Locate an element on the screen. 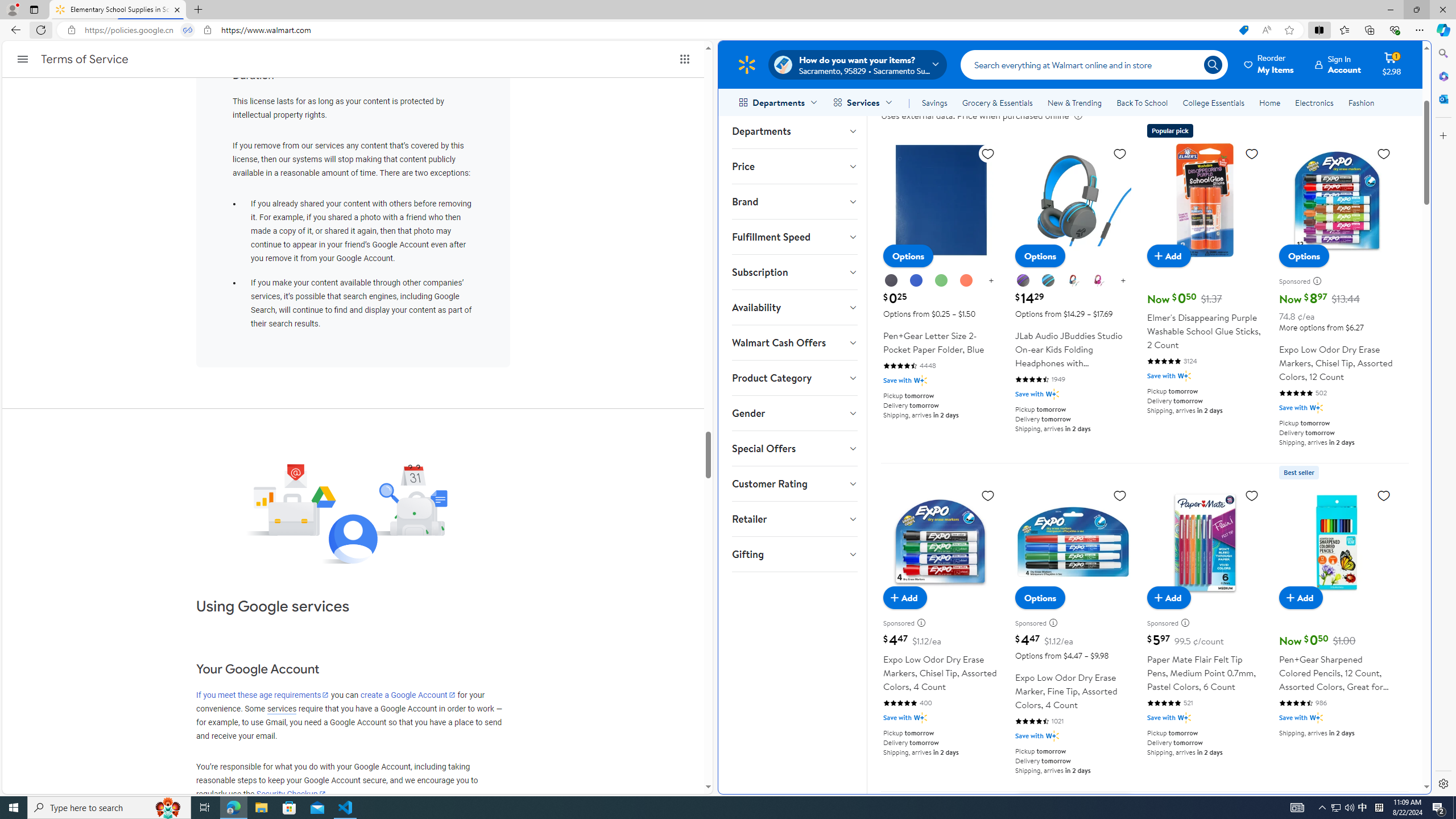 The width and height of the screenshot is (1456, 819). 'Fashion' is located at coordinates (1360, 102).